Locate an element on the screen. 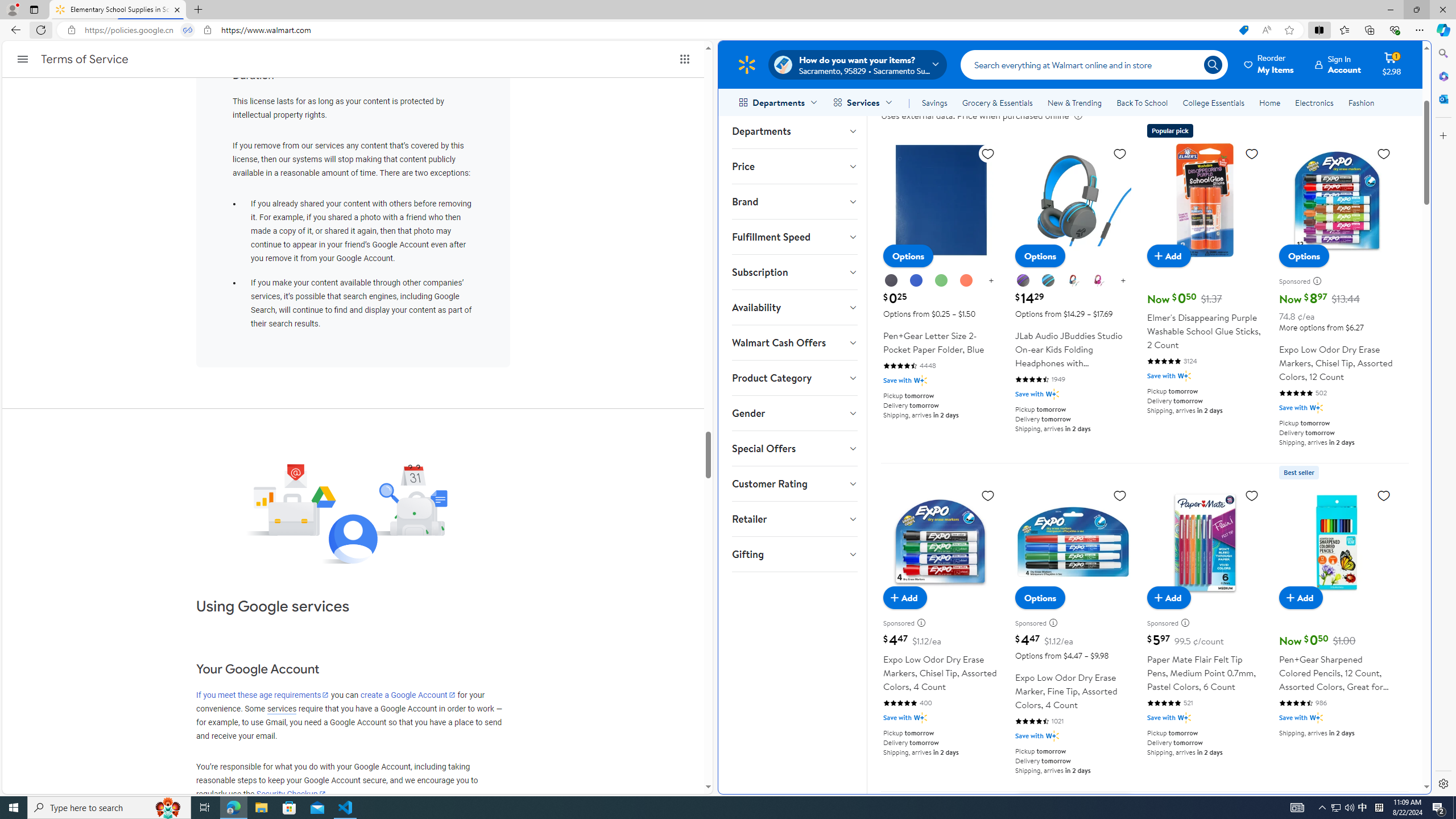 The width and height of the screenshot is (1456, 819). 'Fashion' is located at coordinates (1360, 102).